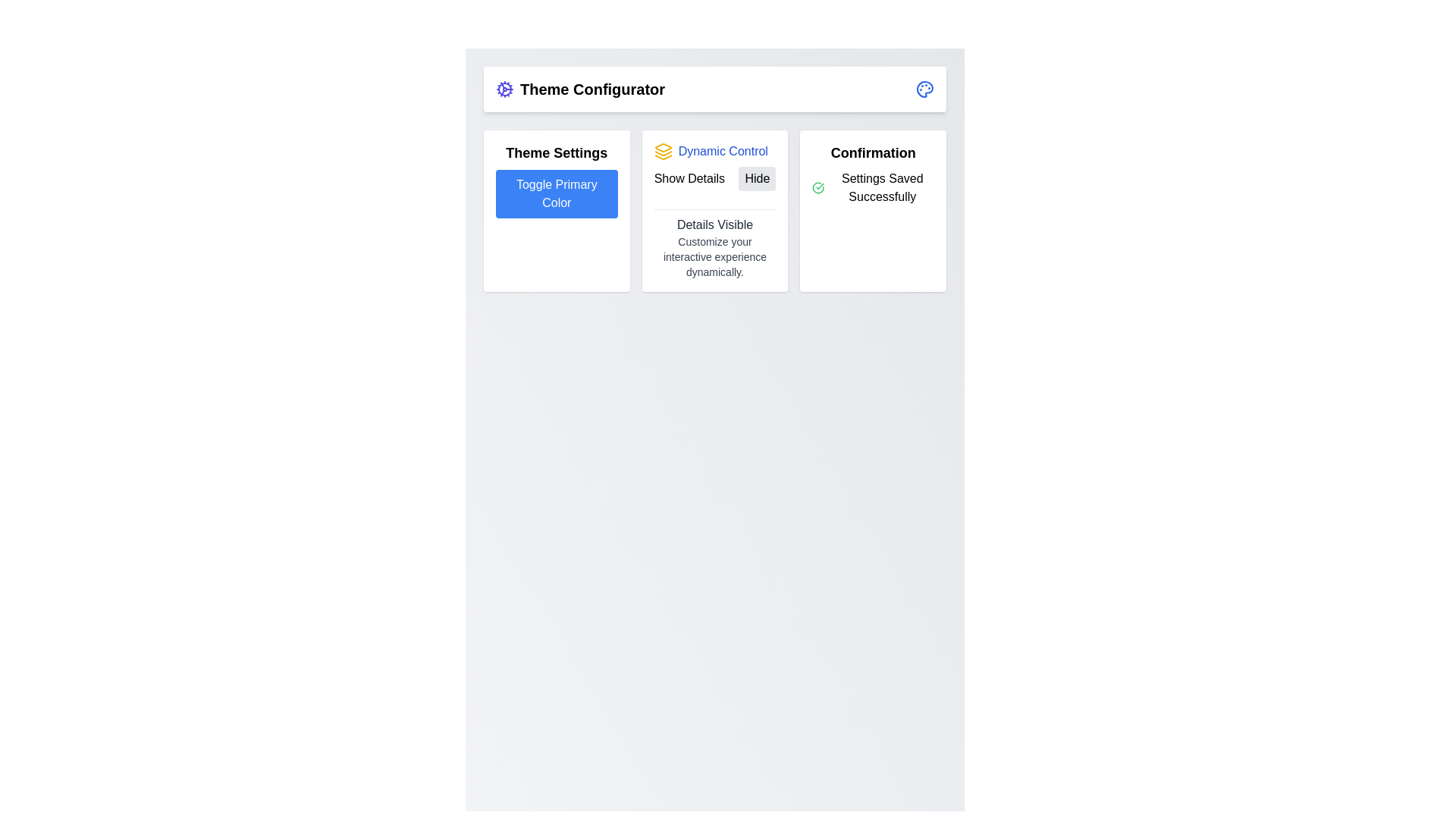  Describe the element at coordinates (924, 89) in the screenshot. I see `the color palette icon located in the top-right corner of the interface, adjacent to a text label` at that location.